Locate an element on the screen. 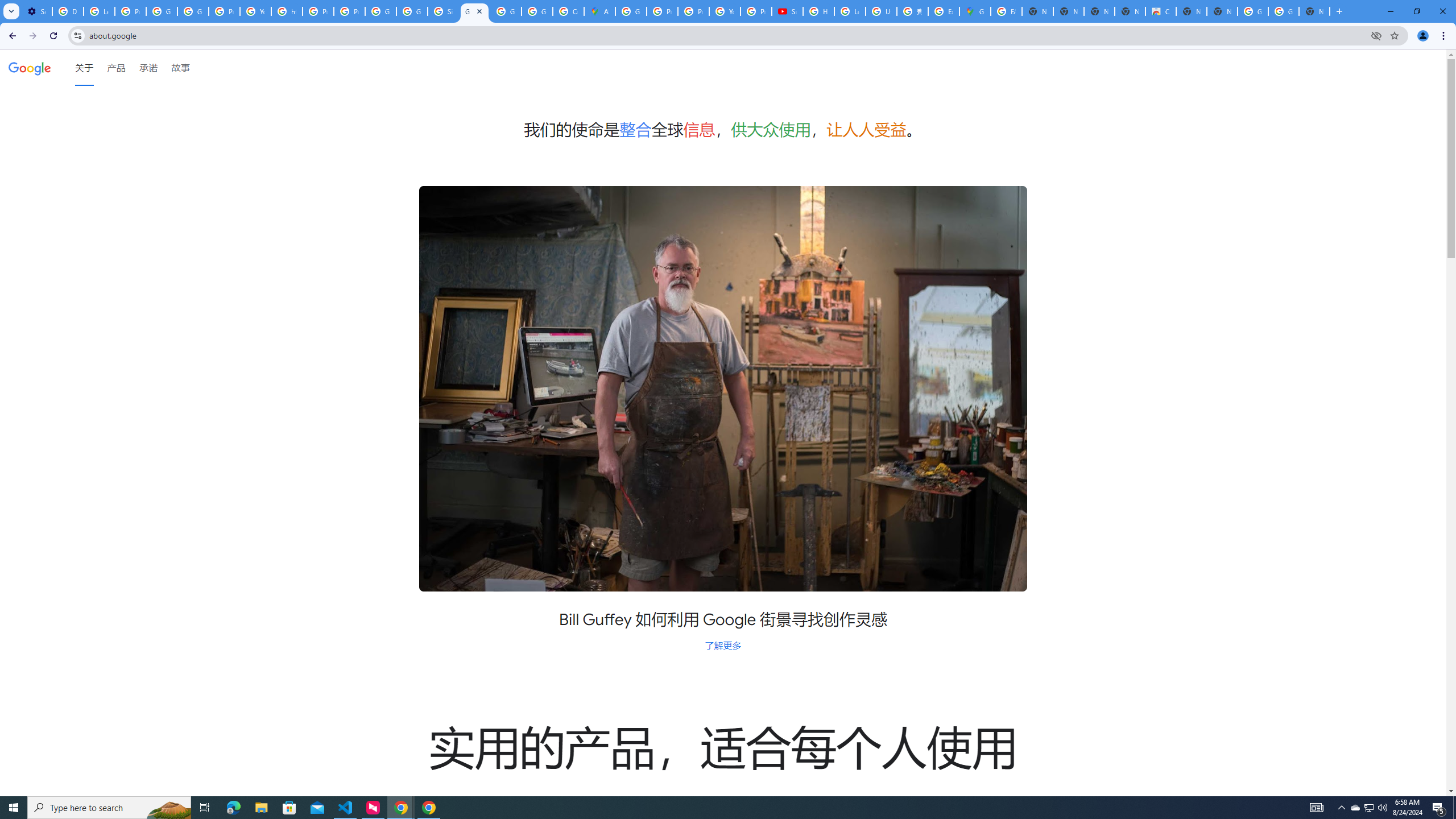  'Google Account Help' is located at coordinates (162, 11).